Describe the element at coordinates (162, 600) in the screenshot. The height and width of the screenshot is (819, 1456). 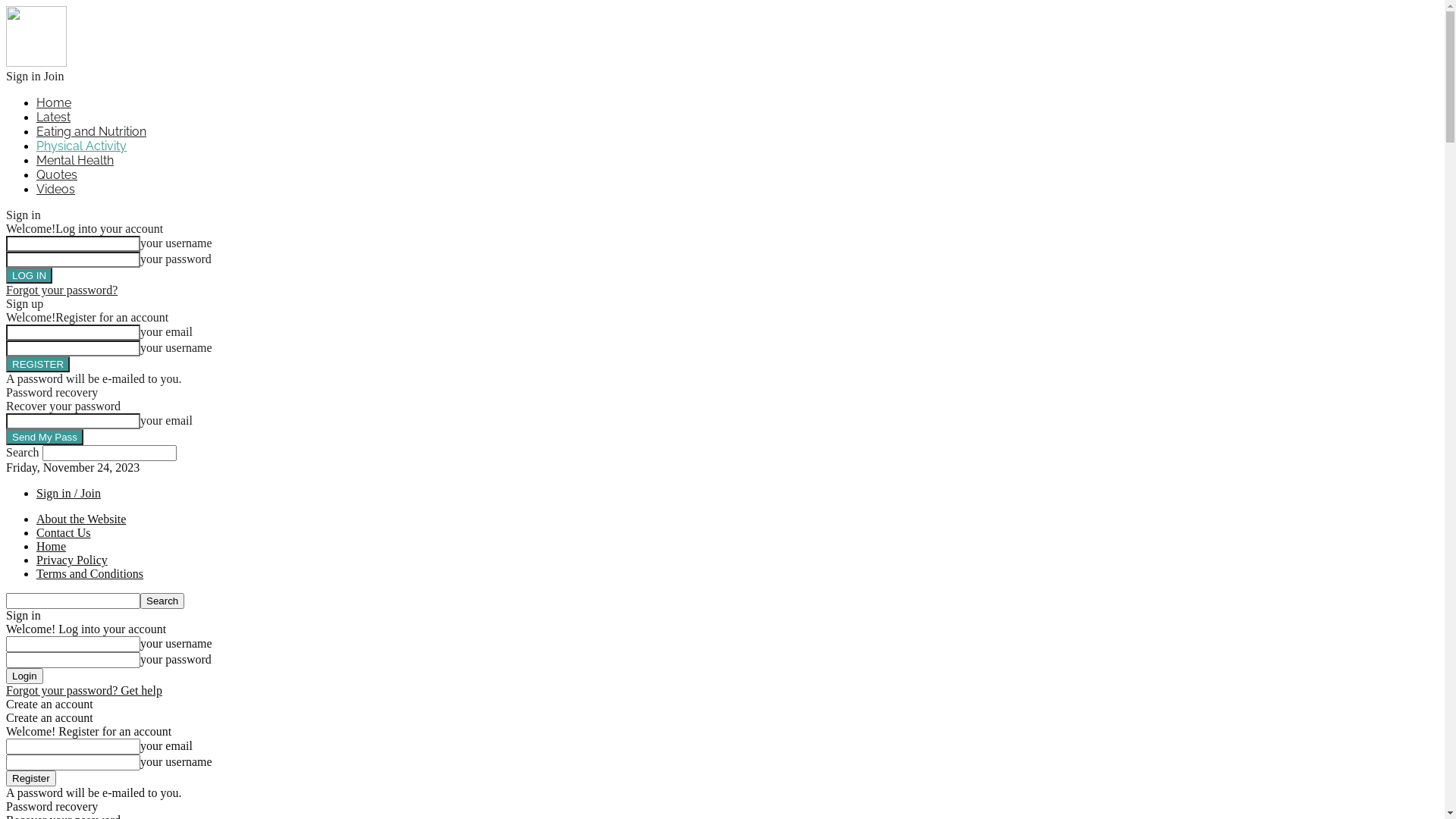
I see `'Search'` at that location.